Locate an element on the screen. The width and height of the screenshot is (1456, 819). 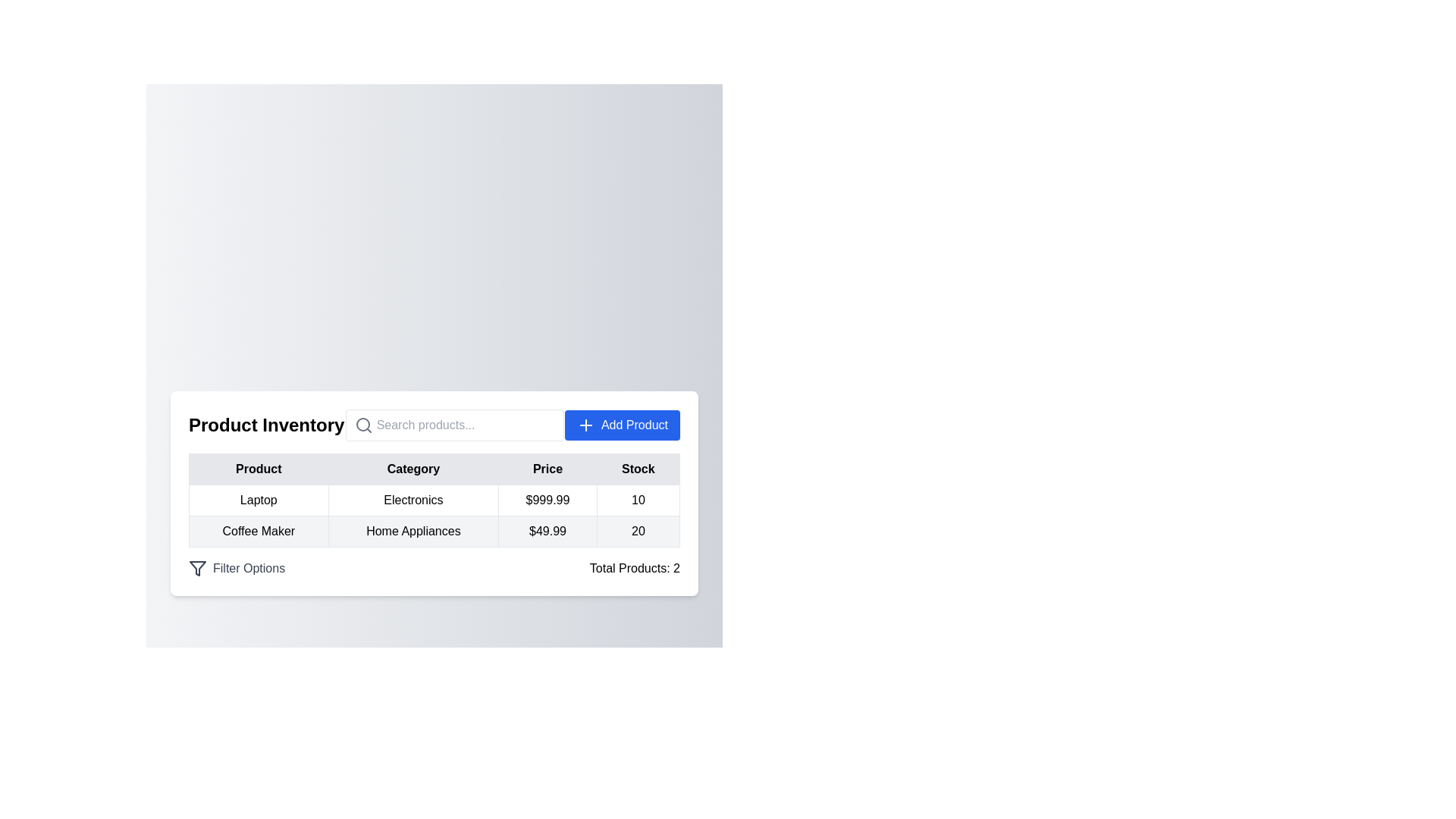
the search icon located in the header bar, which spans the full width below the title 'Product Inventory' is located at coordinates (433, 425).